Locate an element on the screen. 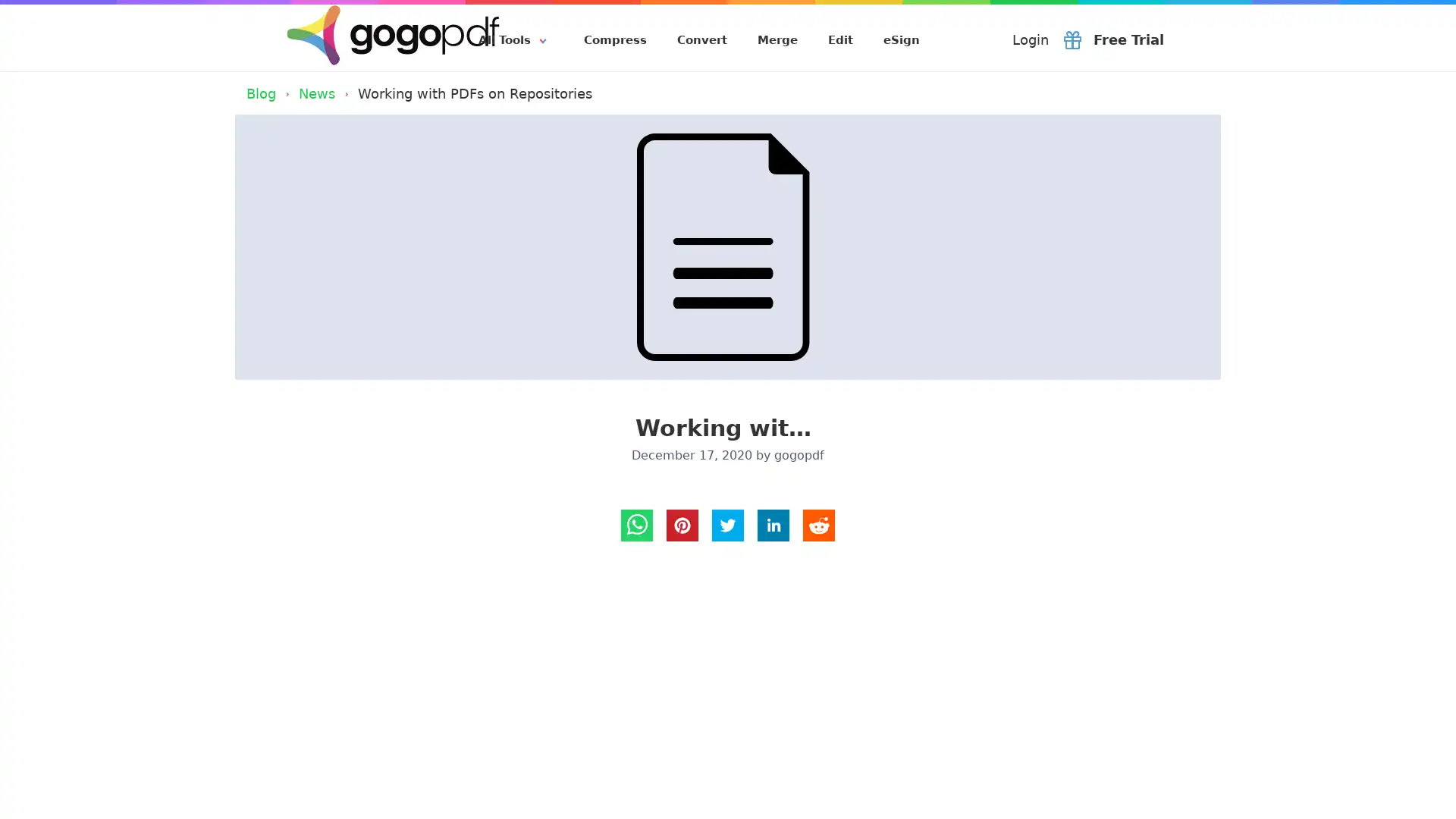 Image resolution: width=1456 pixels, height=819 pixels. Edit is located at coordinates (839, 39).